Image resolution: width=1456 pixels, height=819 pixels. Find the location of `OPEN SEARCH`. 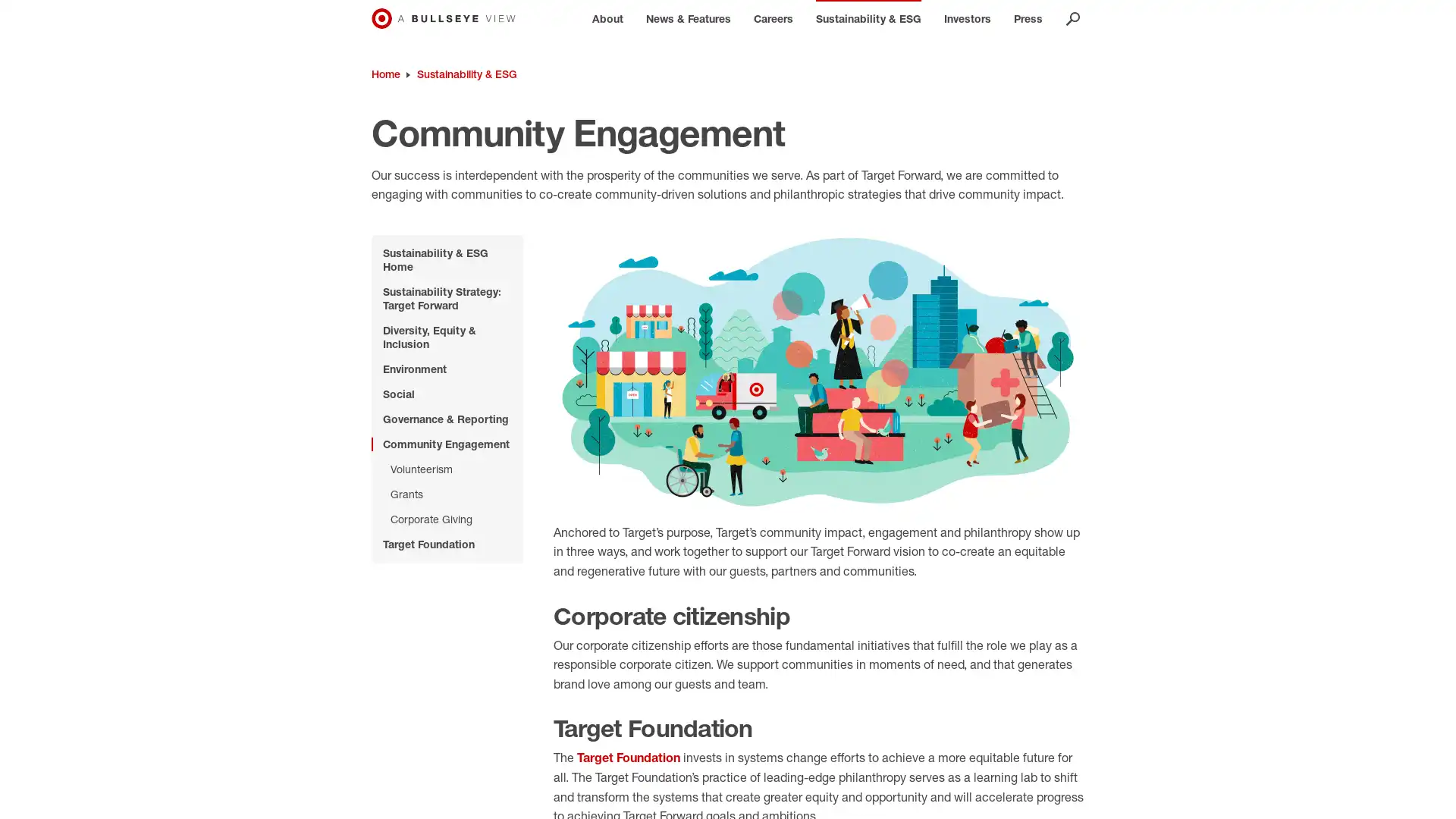

OPEN SEARCH is located at coordinates (1072, 18).